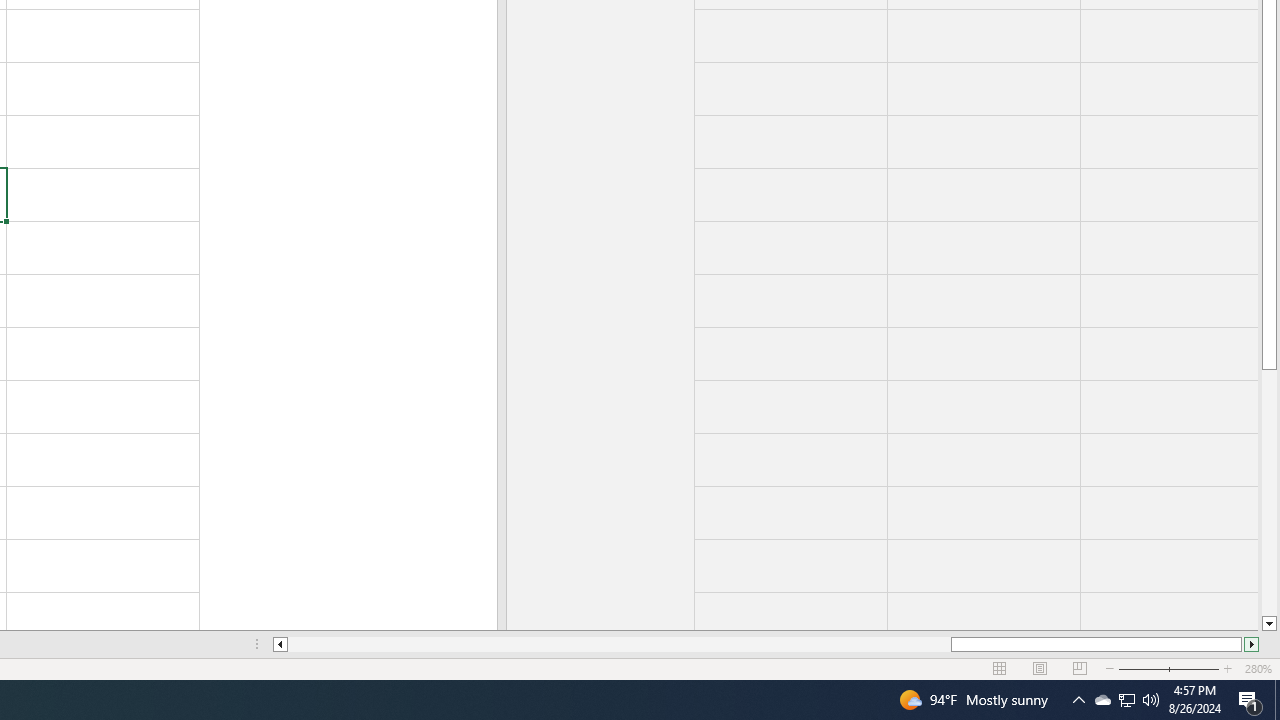  Describe the element at coordinates (1226, 669) in the screenshot. I see `'Zoom In'` at that location.